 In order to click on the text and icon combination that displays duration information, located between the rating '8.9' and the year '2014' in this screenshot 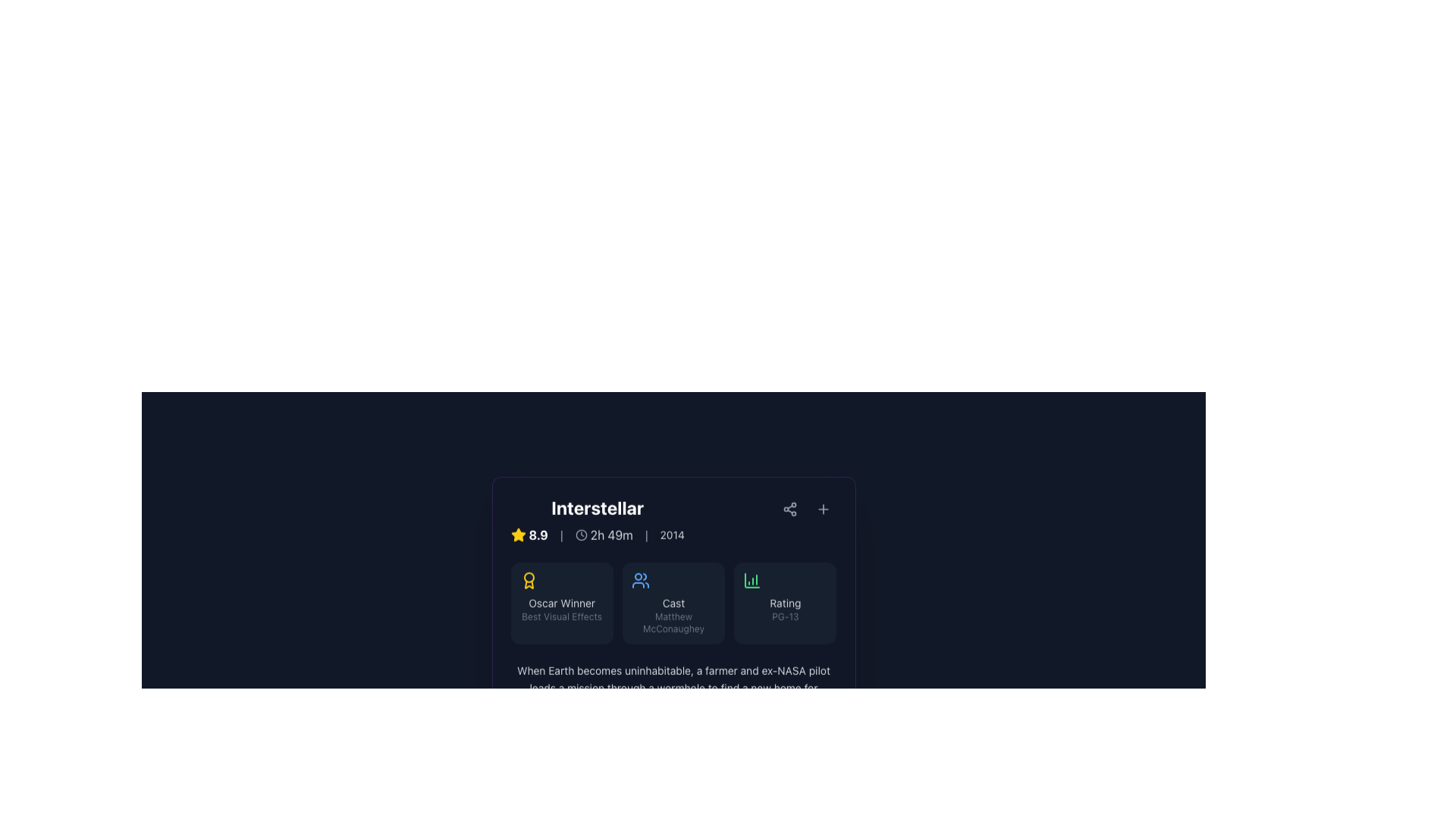, I will do `click(603, 534)`.